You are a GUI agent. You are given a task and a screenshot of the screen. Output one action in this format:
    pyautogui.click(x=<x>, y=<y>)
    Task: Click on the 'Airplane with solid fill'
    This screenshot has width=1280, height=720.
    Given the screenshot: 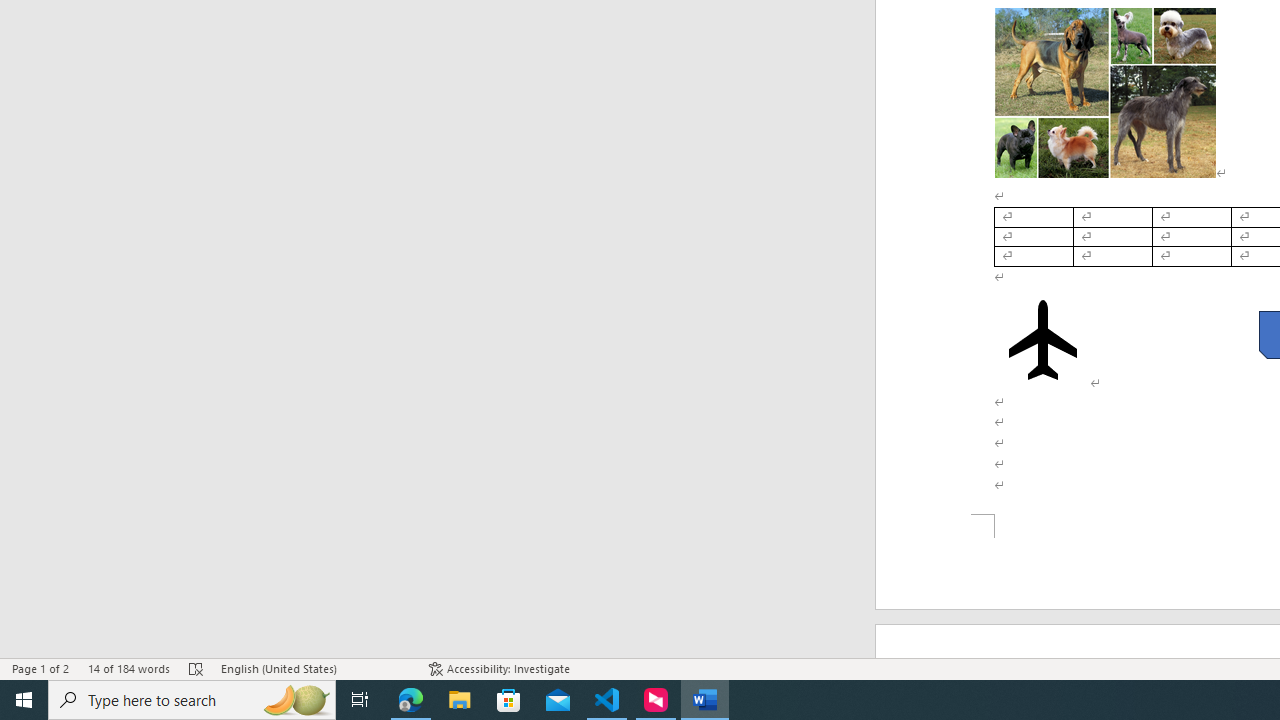 What is the action you would take?
    pyautogui.click(x=1041, y=339)
    